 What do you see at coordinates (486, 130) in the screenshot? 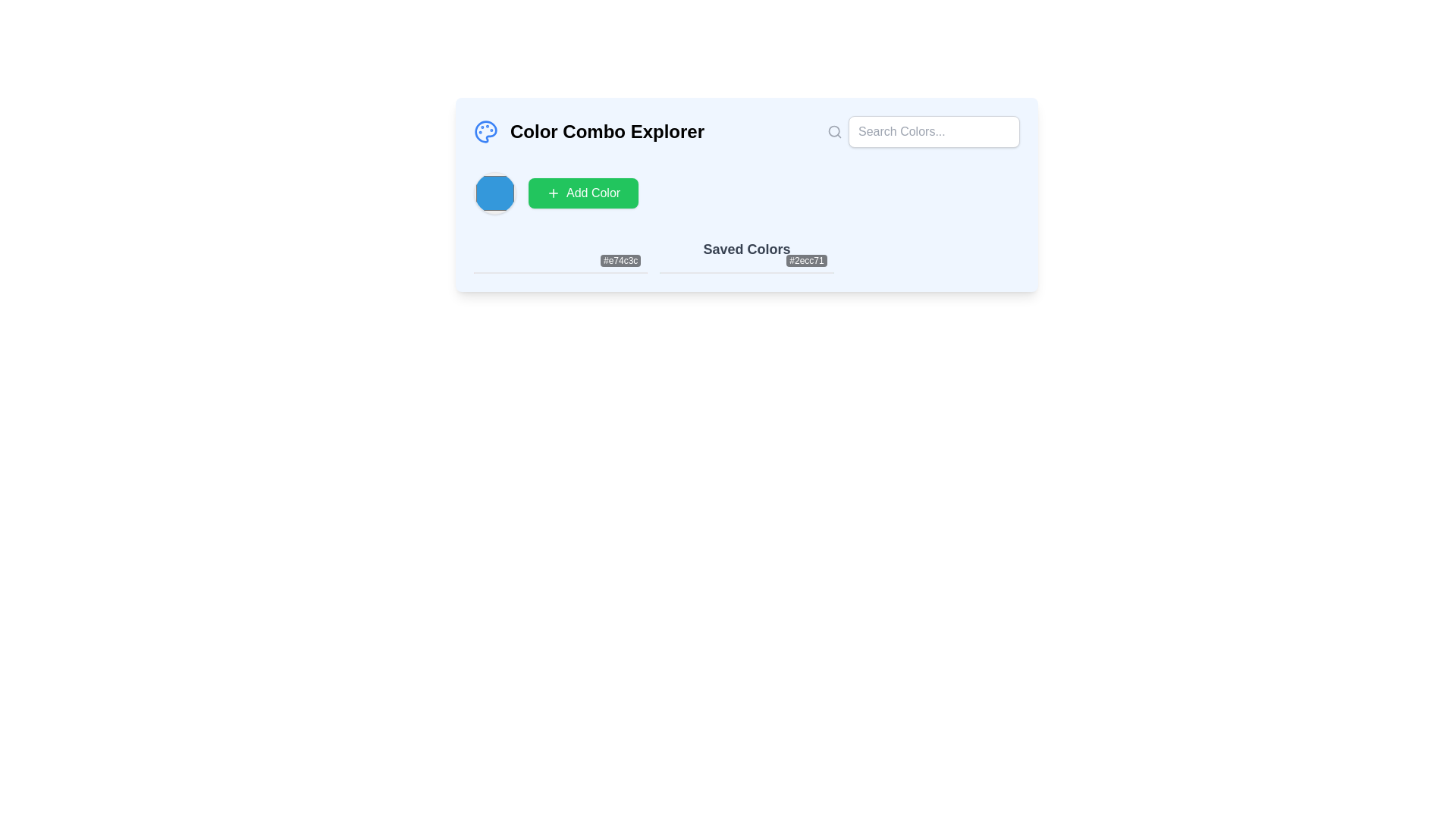
I see `the Decorative Icon located in the top-left section of the interface, adjacent to the text 'Color Combo Explorer'` at bounding box center [486, 130].